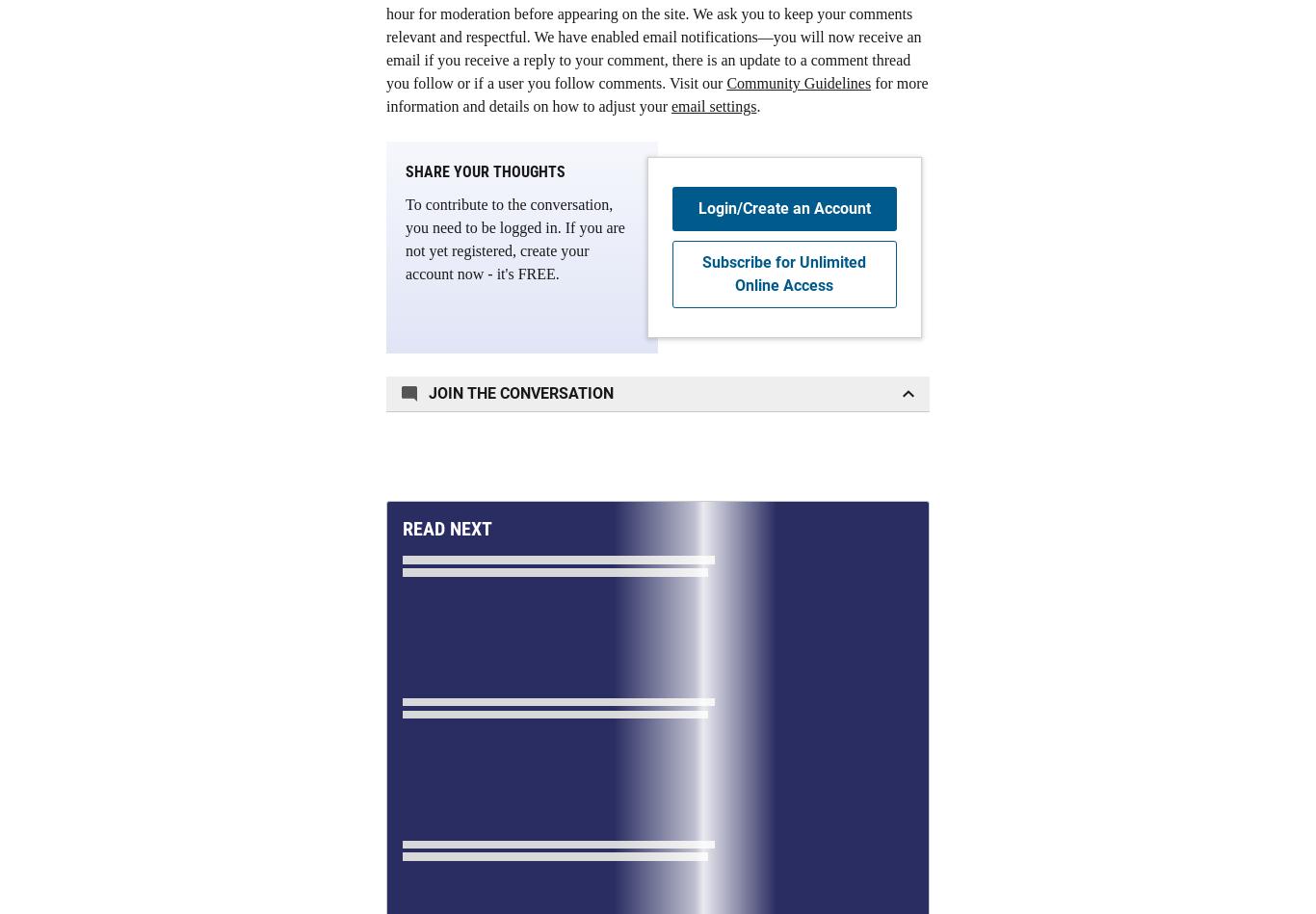  What do you see at coordinates (405, 238) in the screenshot?
I see `'To contribute to the conversation, you need to be logged in. If you are not yet registered, create your account now - it's FREE.'` at bounding box center [405, 238].